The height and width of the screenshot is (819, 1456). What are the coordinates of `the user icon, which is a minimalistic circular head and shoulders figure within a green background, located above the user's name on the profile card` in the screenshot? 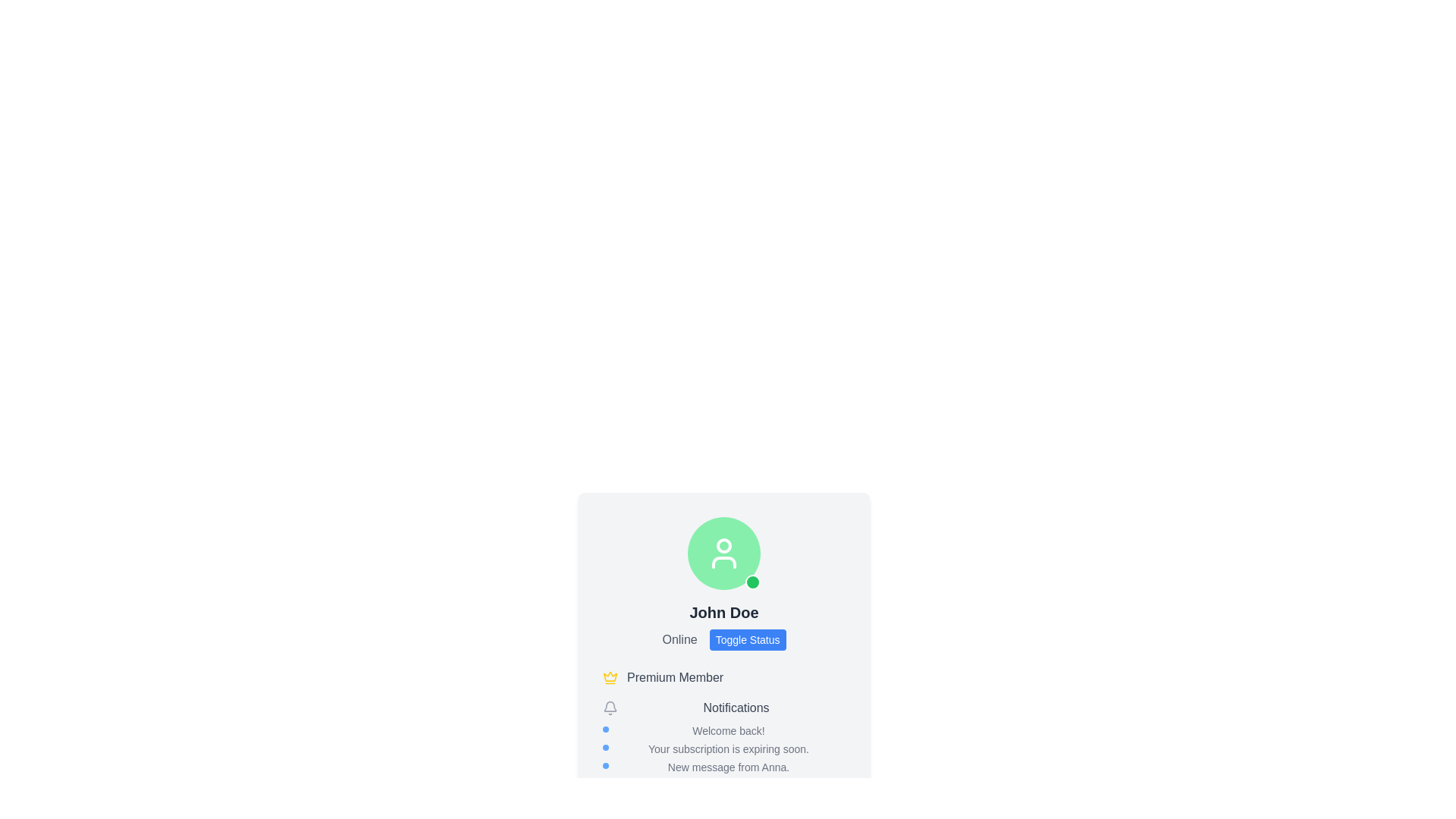 It's located at (723, 553).